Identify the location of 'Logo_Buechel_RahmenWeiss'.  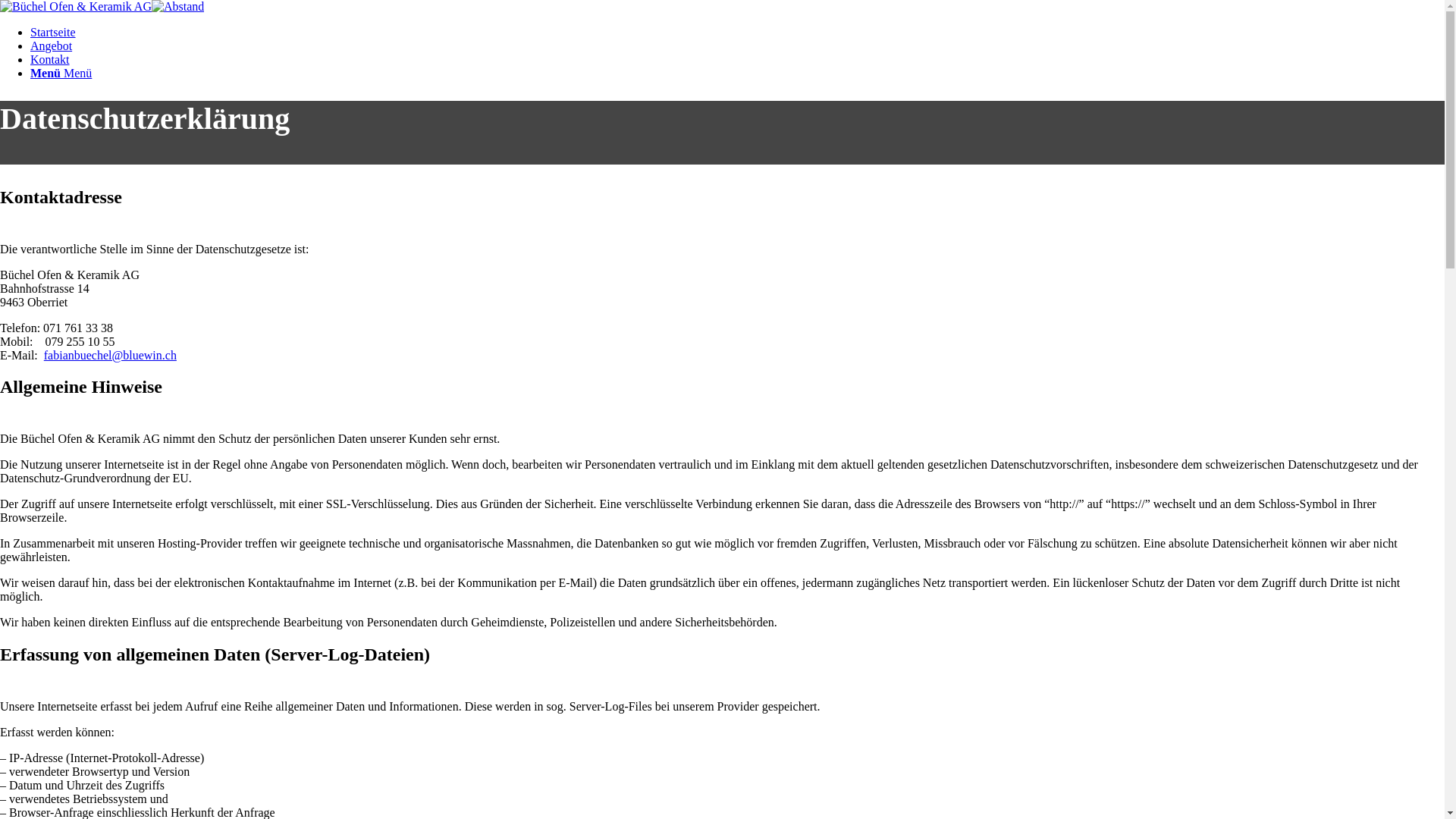
(101, 6).